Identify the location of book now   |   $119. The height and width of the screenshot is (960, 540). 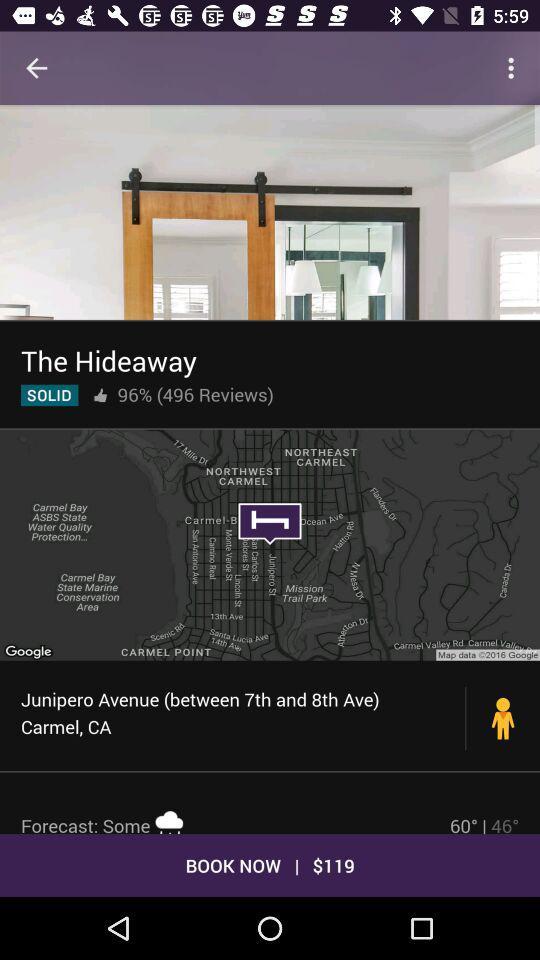
(270, 864).